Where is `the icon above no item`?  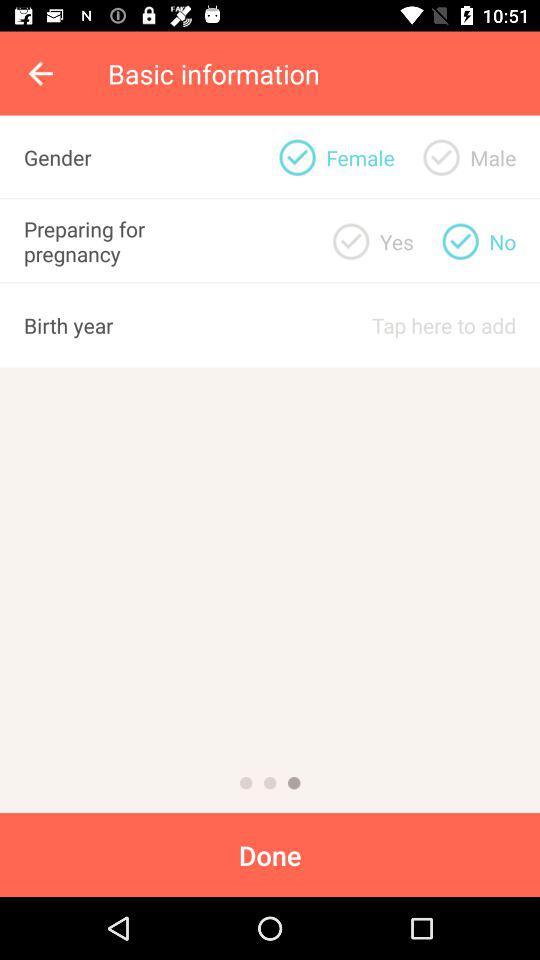 the icon above no item is located at coordinates (492, 156).